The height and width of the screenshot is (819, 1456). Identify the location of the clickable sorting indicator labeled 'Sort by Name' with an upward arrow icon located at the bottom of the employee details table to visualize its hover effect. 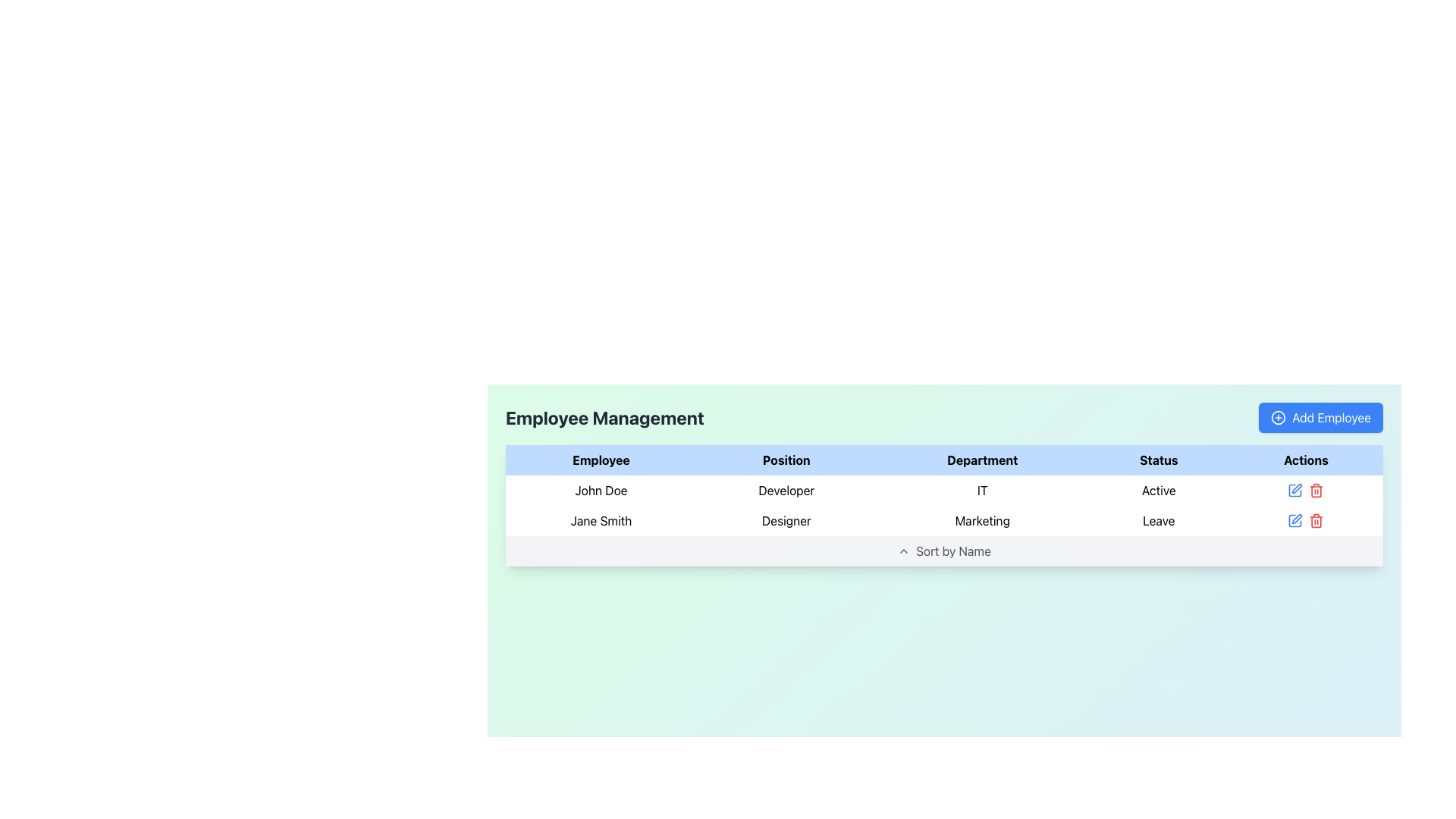
(943, 551).